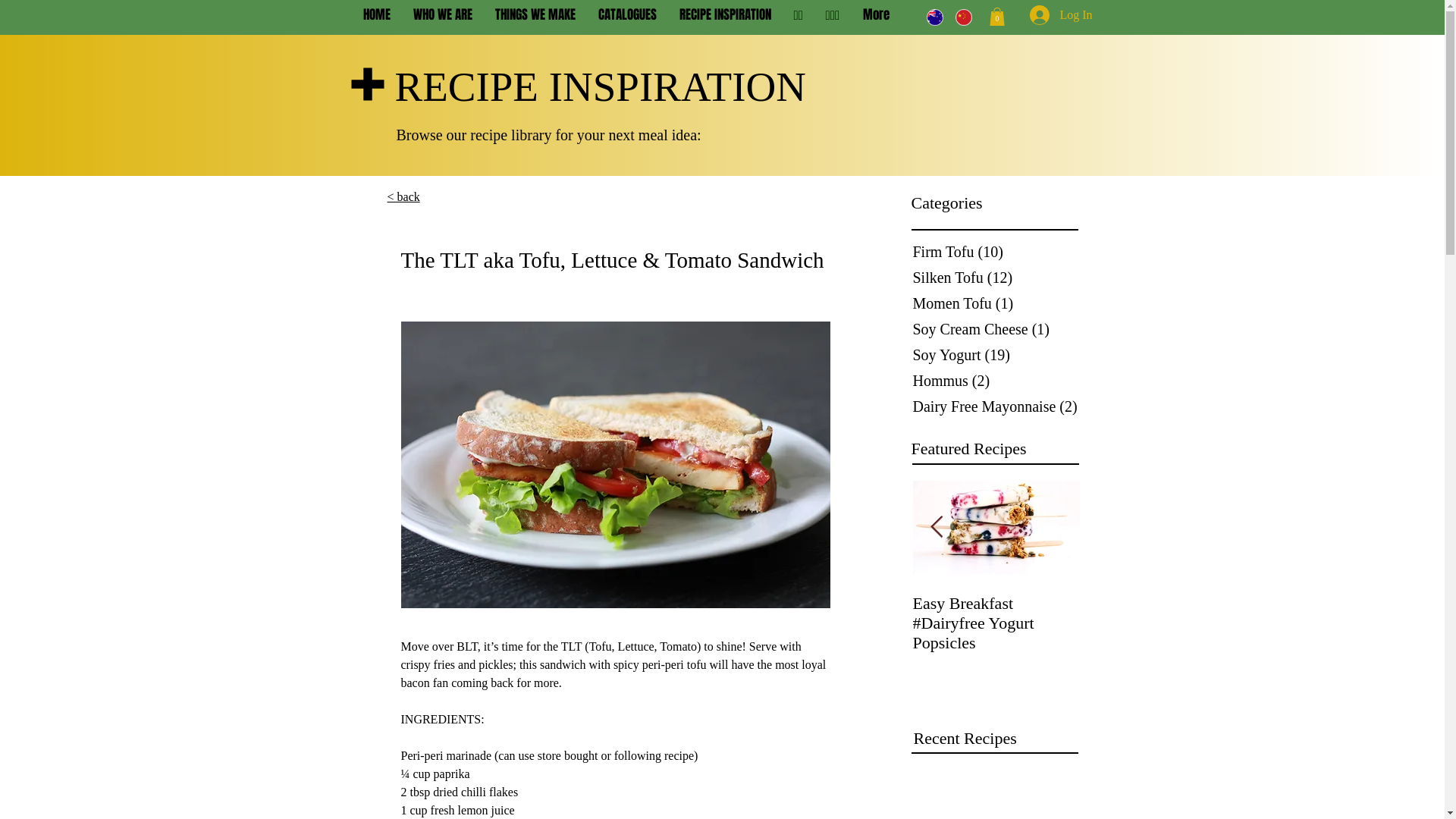 The width and height of the screenshot is (1456, 819). What do you see at coordinates (1039, 14) in the screenshot?
I see `'Log In'` at bounding box center [1039, 14].